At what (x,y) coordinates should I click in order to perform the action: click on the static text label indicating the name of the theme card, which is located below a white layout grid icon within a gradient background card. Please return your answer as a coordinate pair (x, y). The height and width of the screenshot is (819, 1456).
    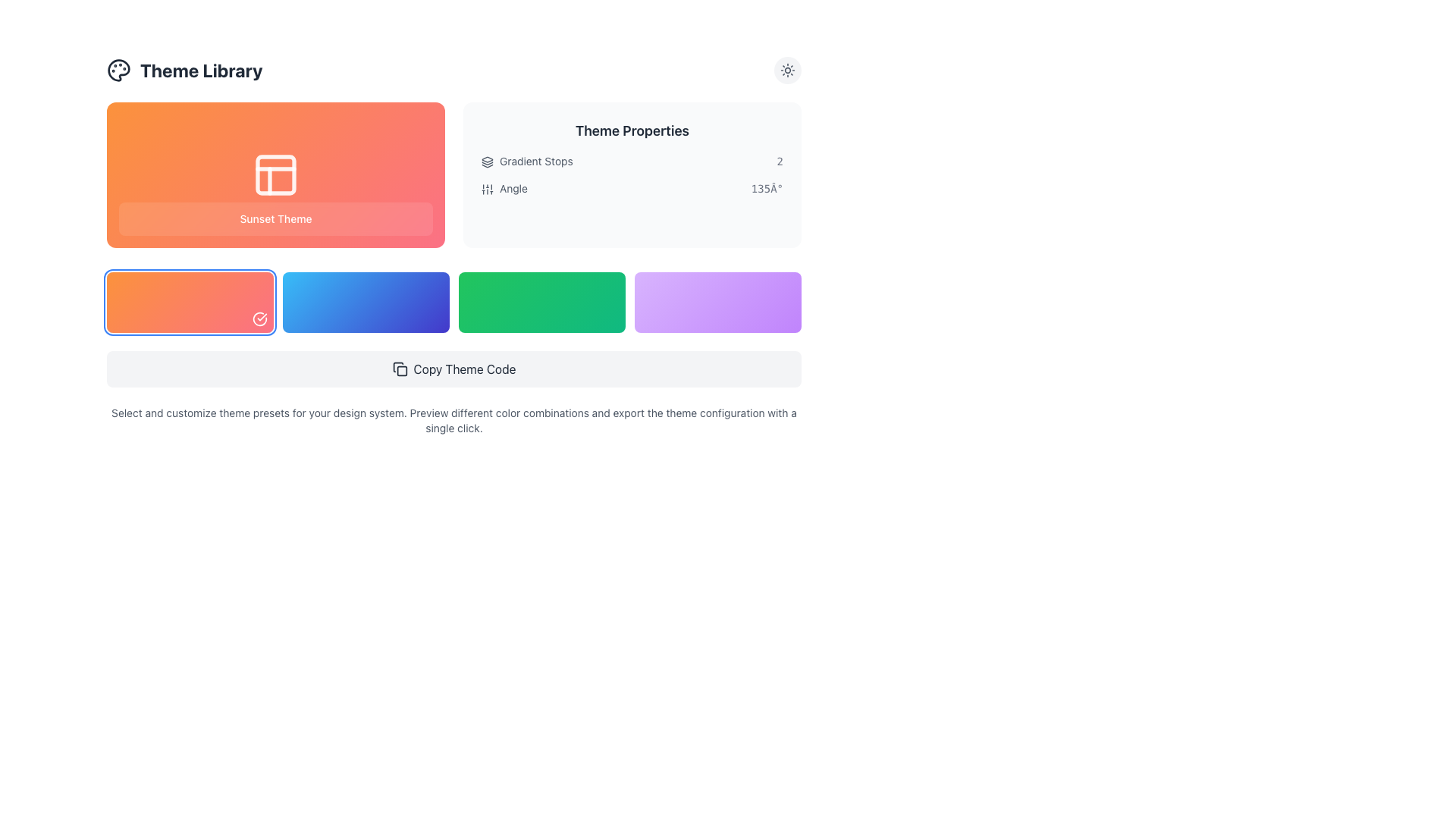
    Looking at the image, I should click on (276, 219).